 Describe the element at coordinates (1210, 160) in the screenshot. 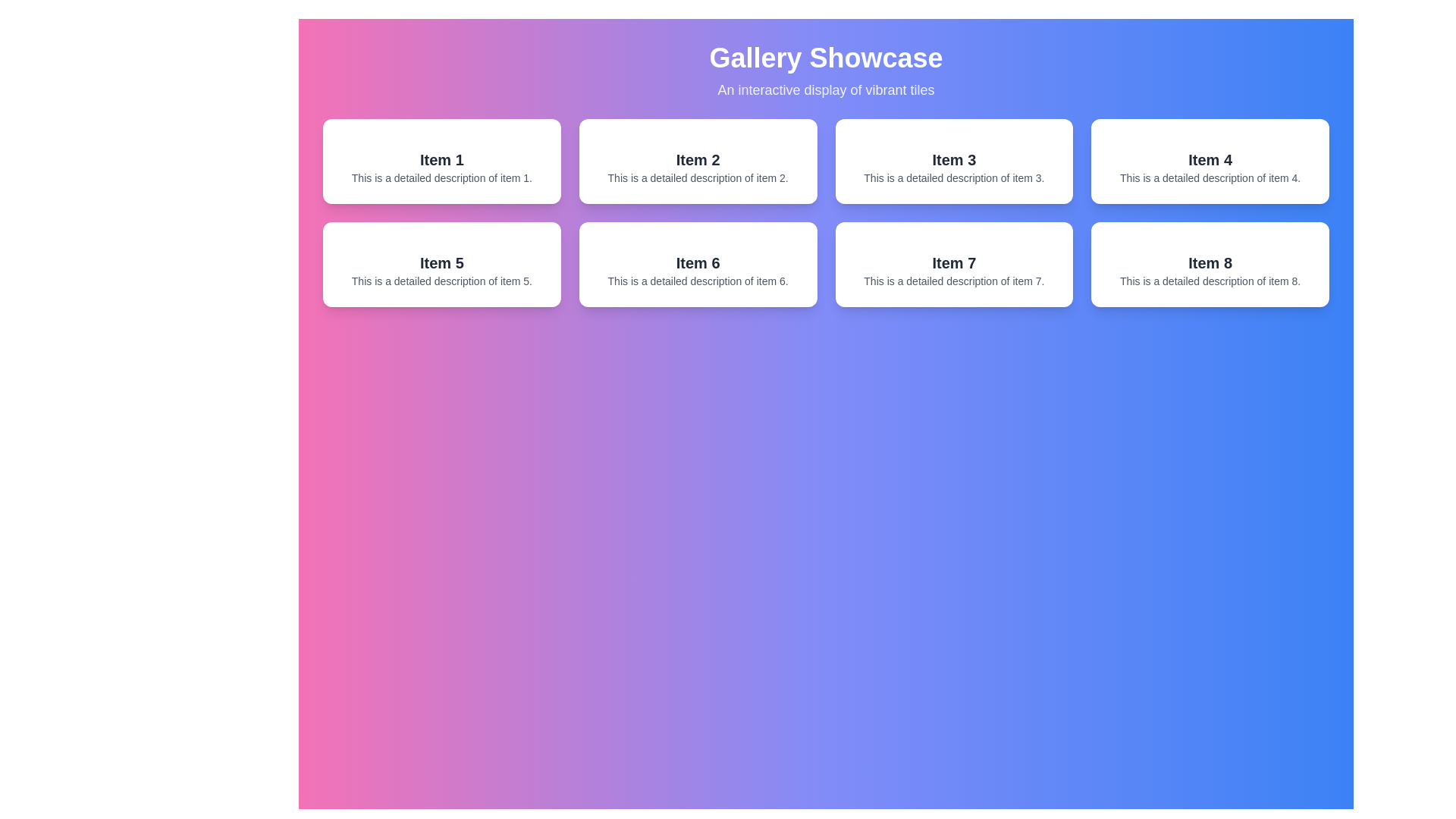

I see `text label that serves as the title for the card, located in the second row, fourth column of the grid layout` at that location.